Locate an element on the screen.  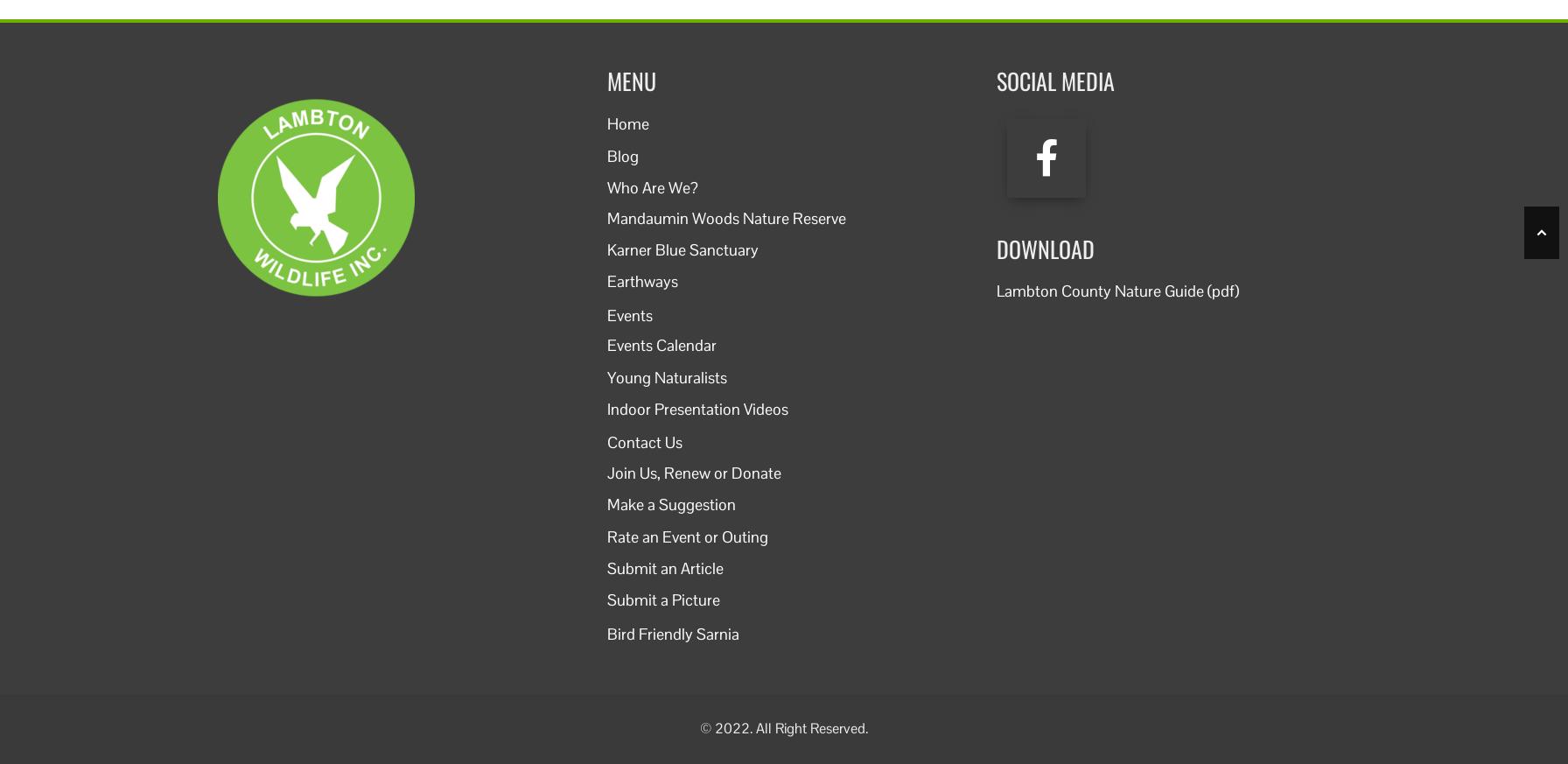
'Home' is located at coordinates (628, 123).